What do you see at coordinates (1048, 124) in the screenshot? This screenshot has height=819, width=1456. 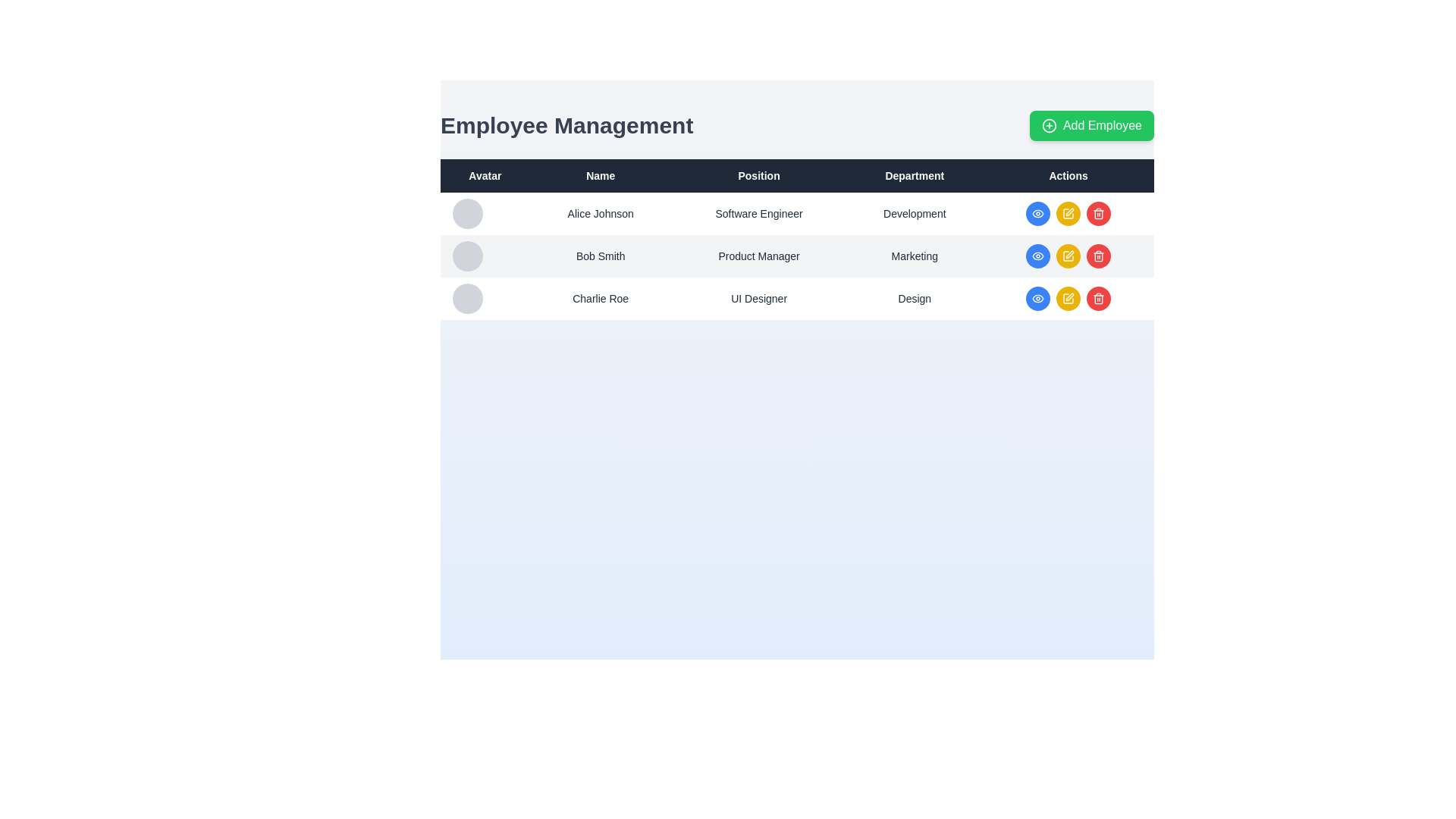 I see `the circular element that forms part of the plus-circle icon within the 'Add Employee' button, located in the top-right section of the user interface` at bounding box center [1048, 124].